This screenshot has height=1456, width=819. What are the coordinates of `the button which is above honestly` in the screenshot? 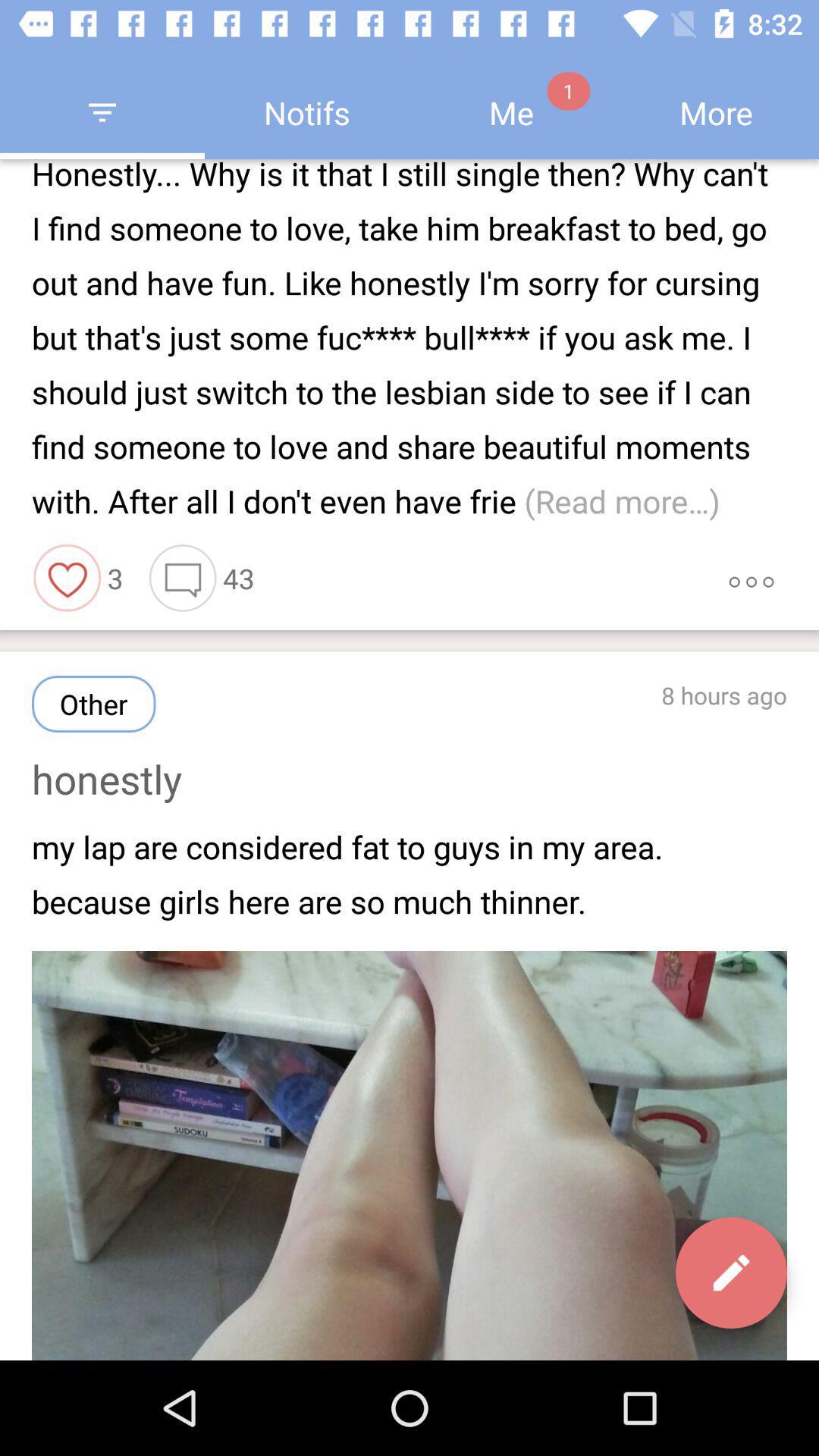 It's located at (93, 703).